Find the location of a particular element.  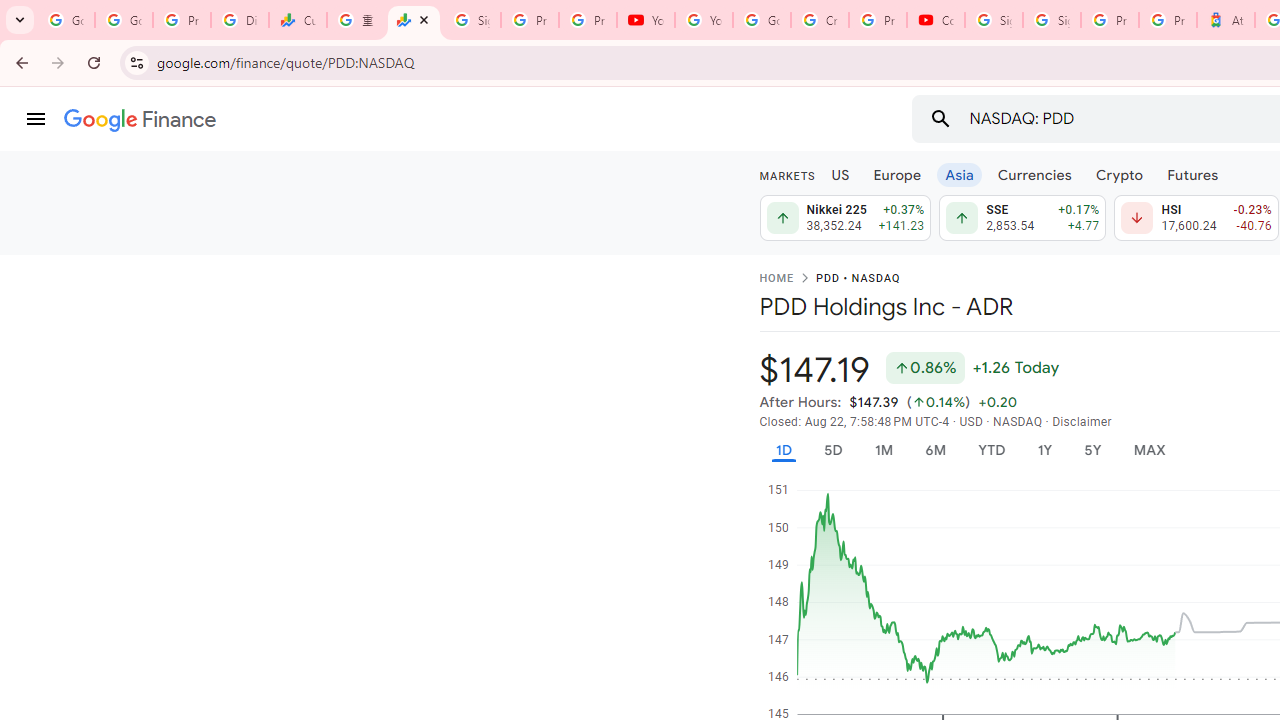

'PDD Holdings Inc - ADR (PDD) Price & News - Google Finance' is located at coordinates (413, 20).